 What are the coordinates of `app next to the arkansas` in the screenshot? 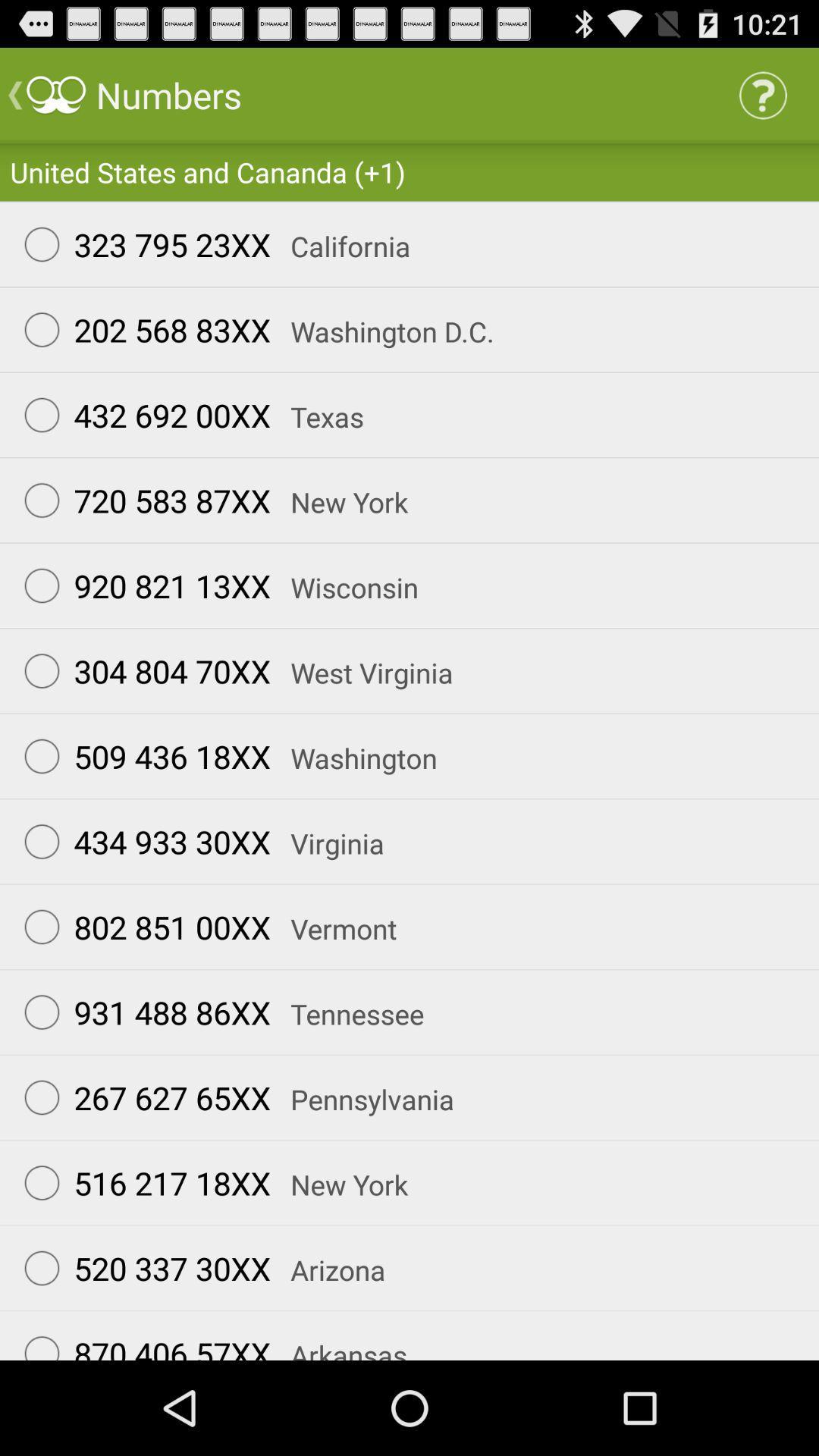 It's located at (140, 1341).